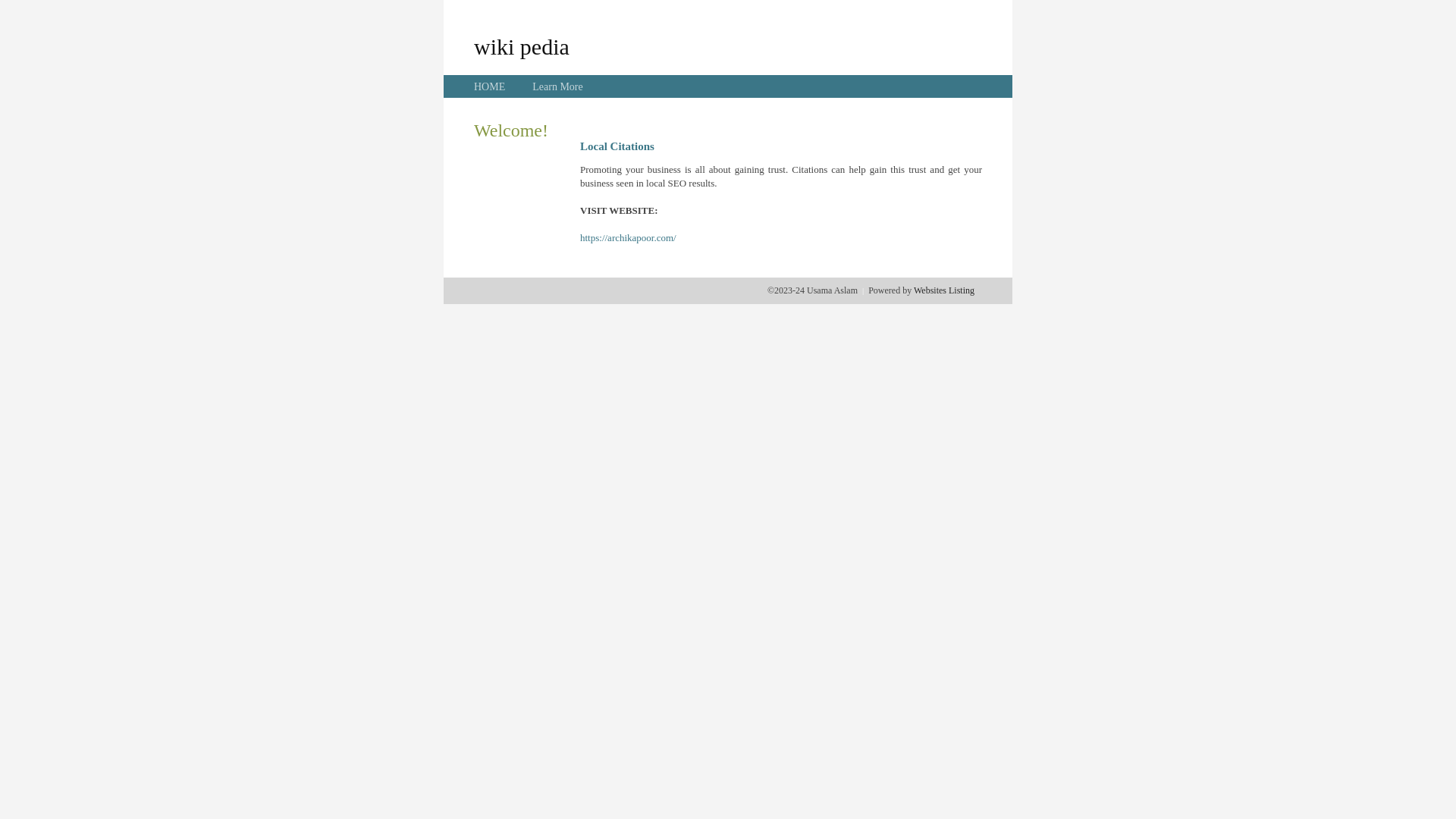 The image size is (1456, 819). I want to click on 'HOME', so click(489, 86).